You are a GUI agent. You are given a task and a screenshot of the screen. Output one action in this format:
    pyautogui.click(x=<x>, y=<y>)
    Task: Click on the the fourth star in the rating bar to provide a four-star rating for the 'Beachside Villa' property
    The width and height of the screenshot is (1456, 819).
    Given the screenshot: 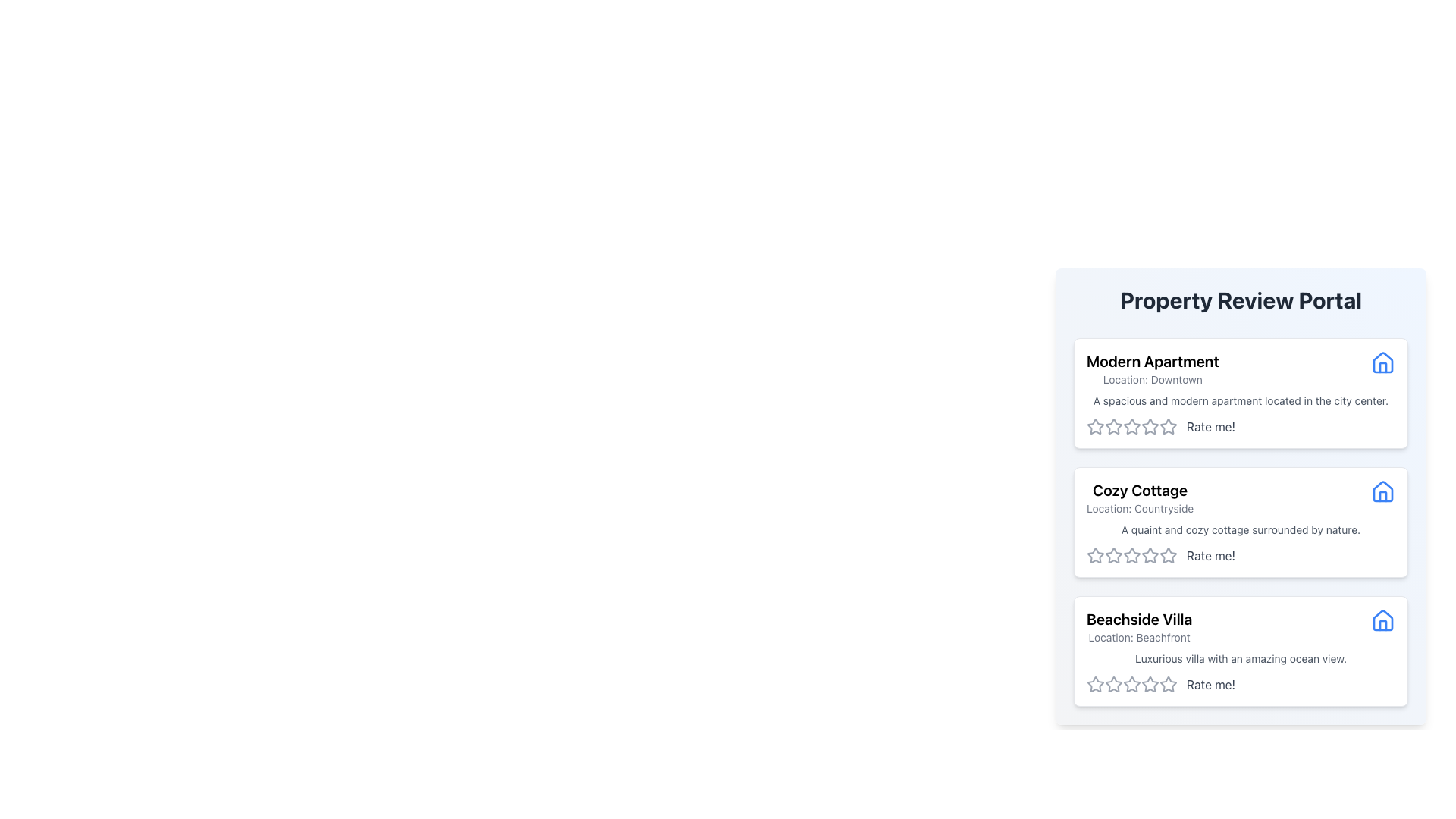 What is the action you would take?
    pyautogui.click(x=1150, y=684)
    